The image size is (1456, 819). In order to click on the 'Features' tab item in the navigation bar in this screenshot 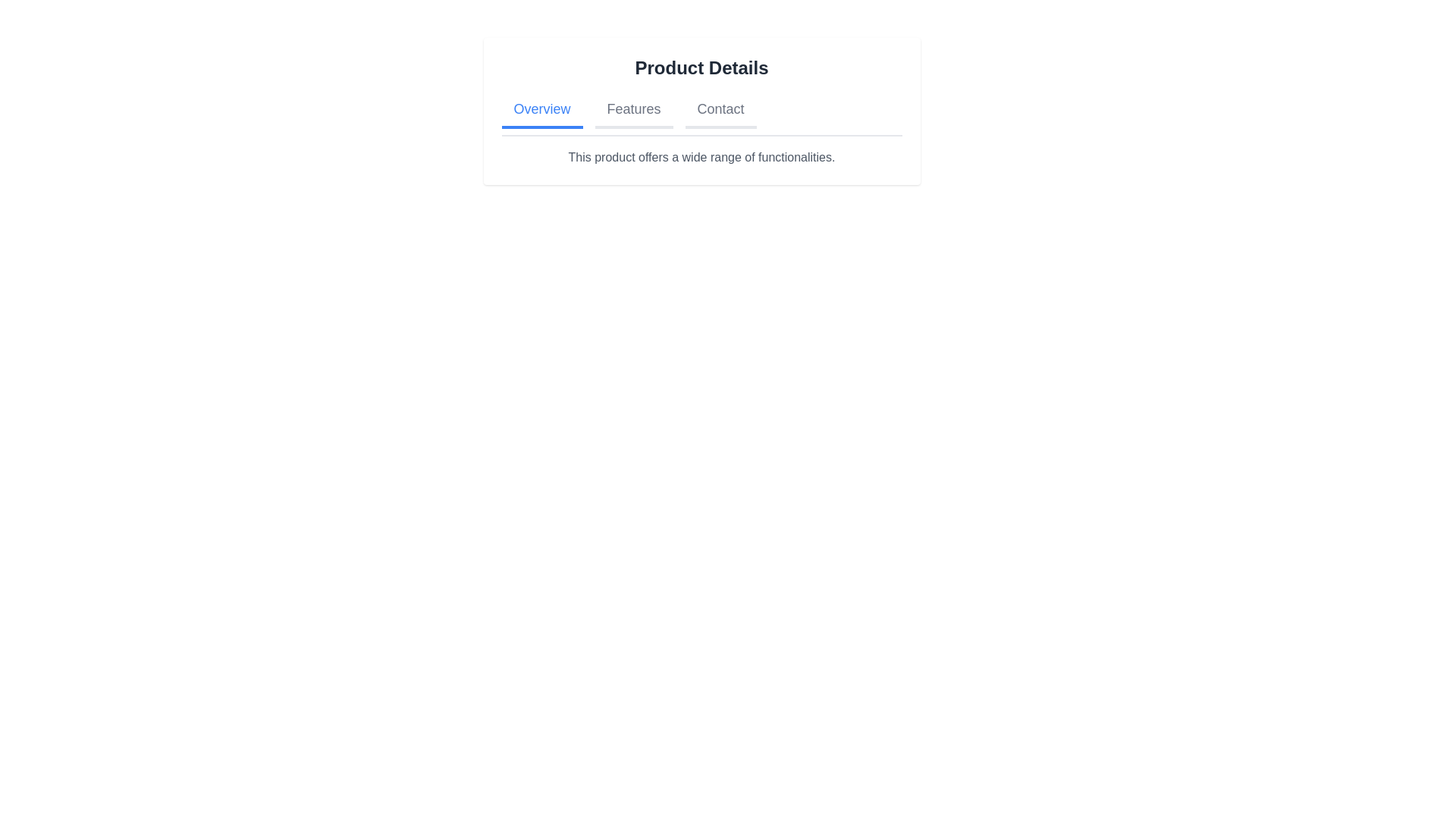, I will do `click(633, 110)`.